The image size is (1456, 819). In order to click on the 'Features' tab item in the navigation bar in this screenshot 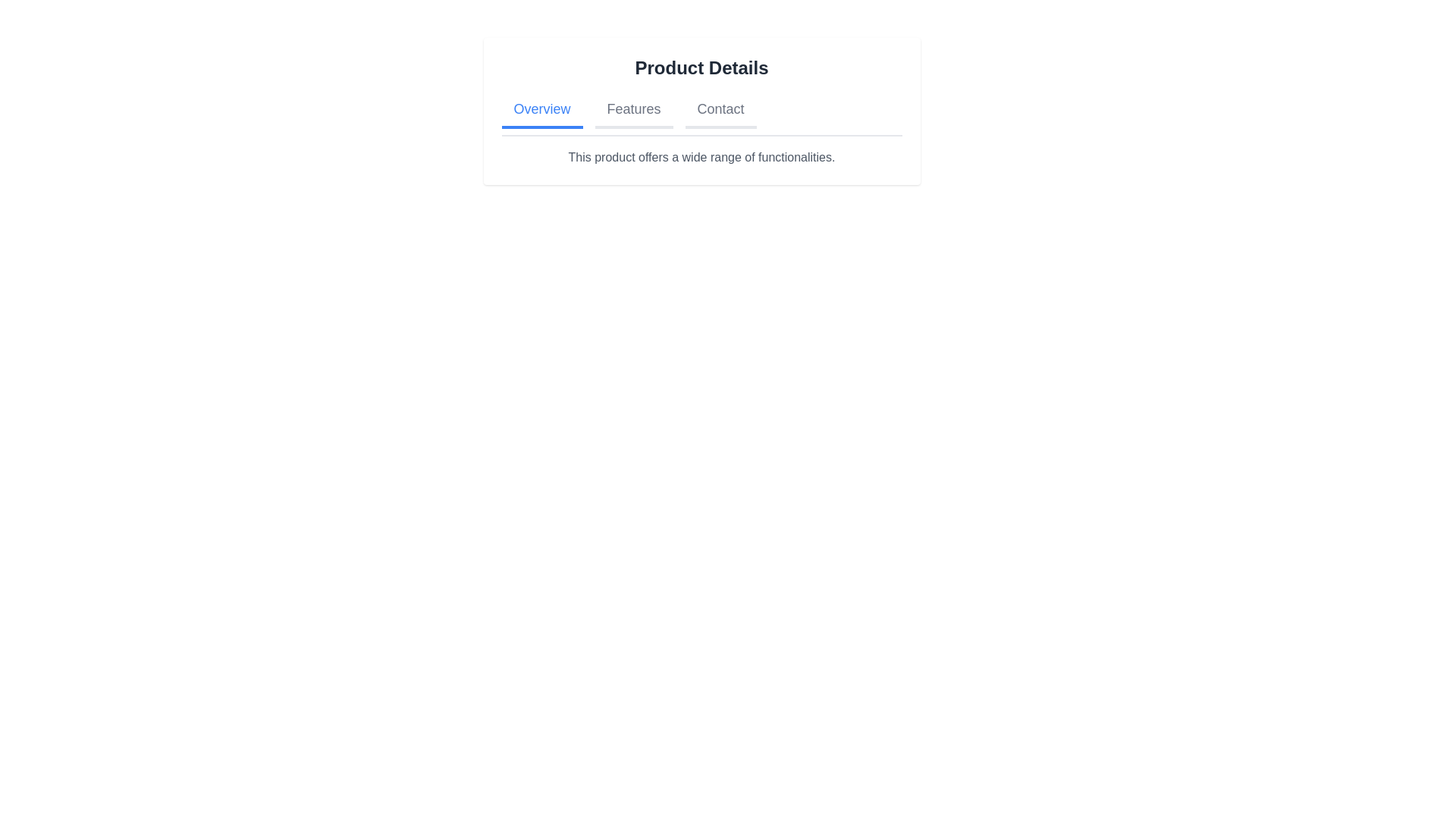, I will do `click(633, 110)`.